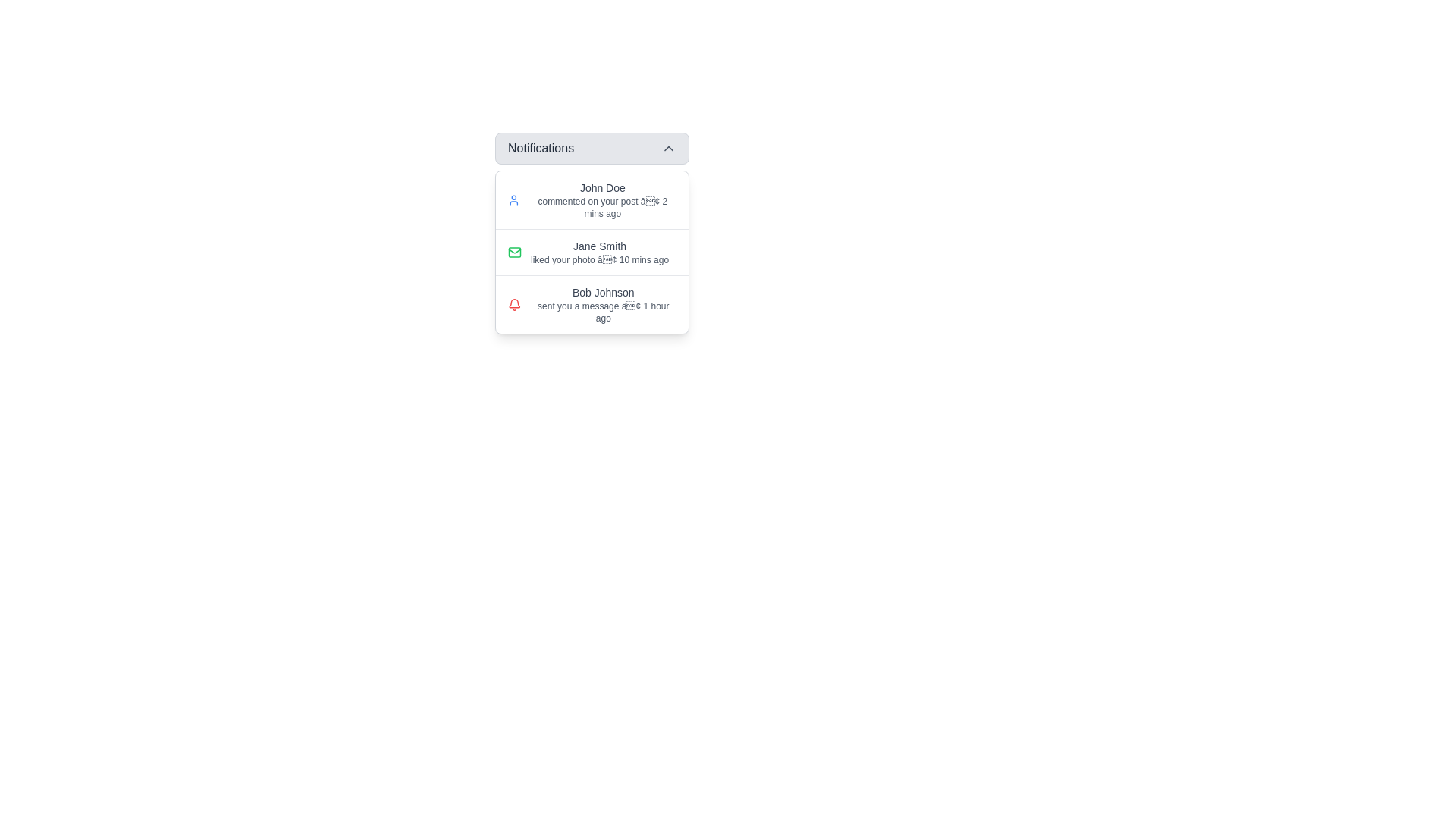  I want to click on the mail icon with a green stroke color, located to the left of the notification text 'Jane Smith liked your photo' in the notification dropdown, so click(514, 251).